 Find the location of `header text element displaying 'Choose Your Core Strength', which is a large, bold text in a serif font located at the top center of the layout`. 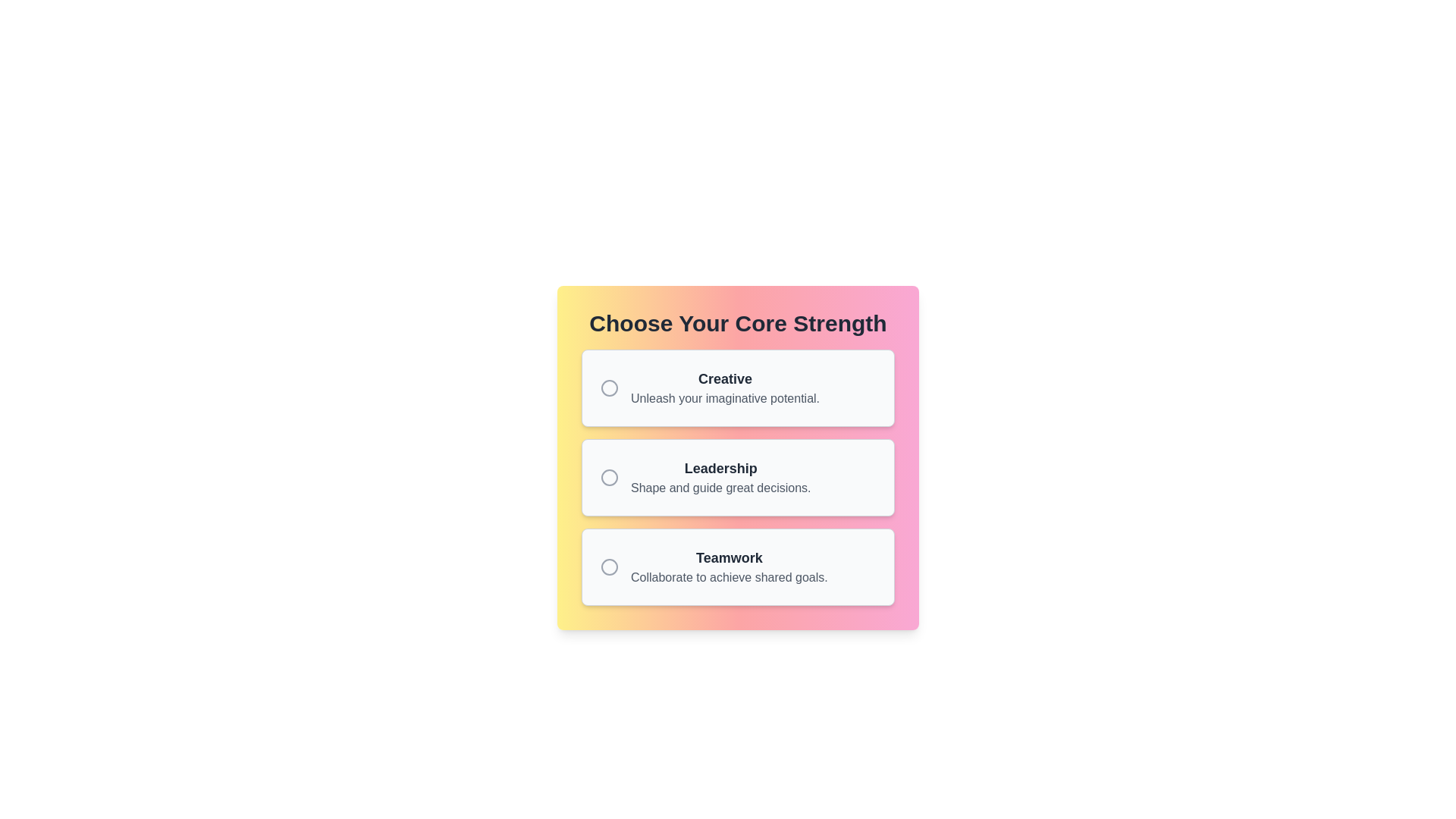

header text element displaying 'Choose Your Core Strength', which is a large, bold text in a serif font located at the top center of the layout is located at coordinates (738, 323).